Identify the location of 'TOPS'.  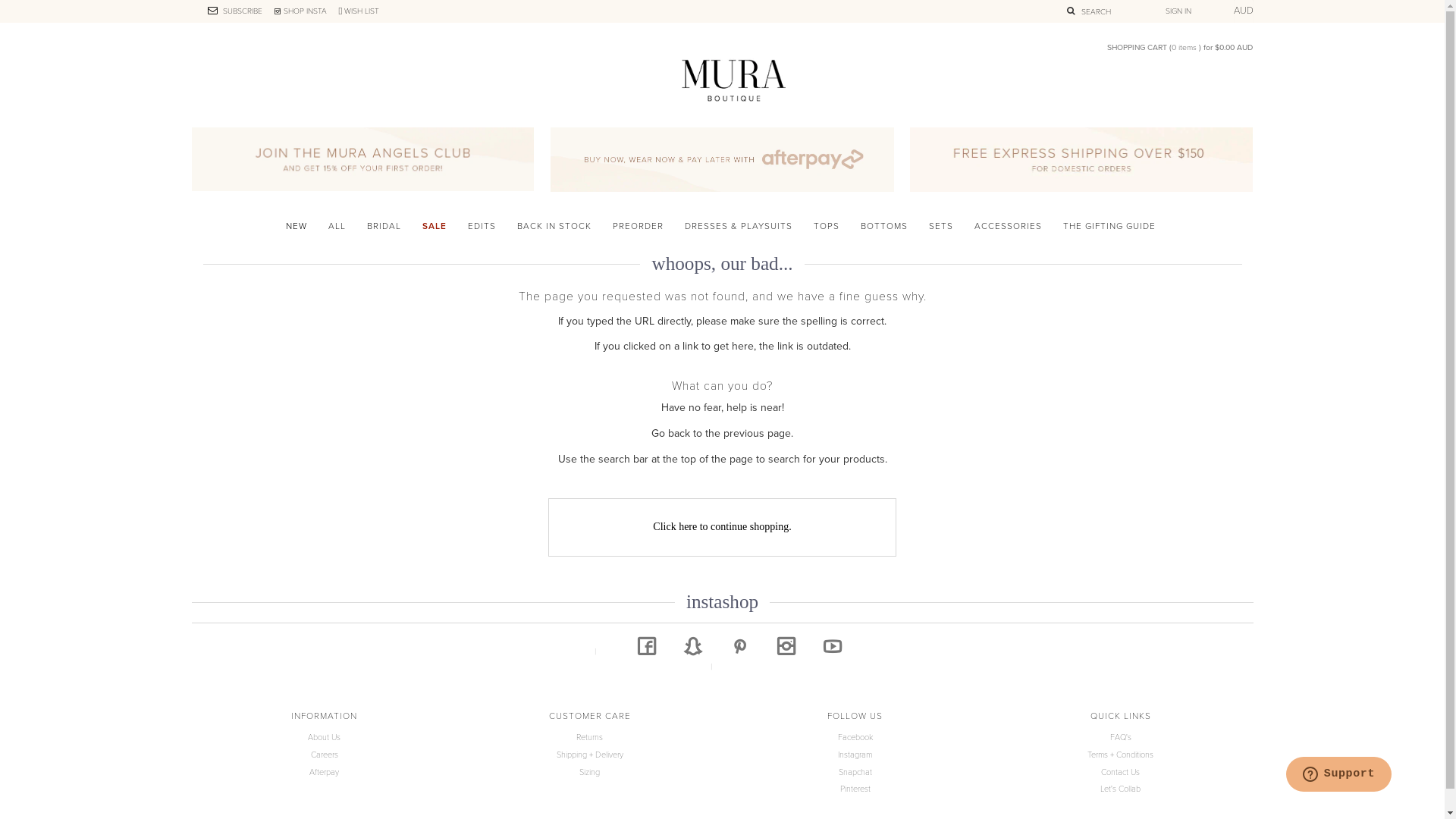
(825, 226).